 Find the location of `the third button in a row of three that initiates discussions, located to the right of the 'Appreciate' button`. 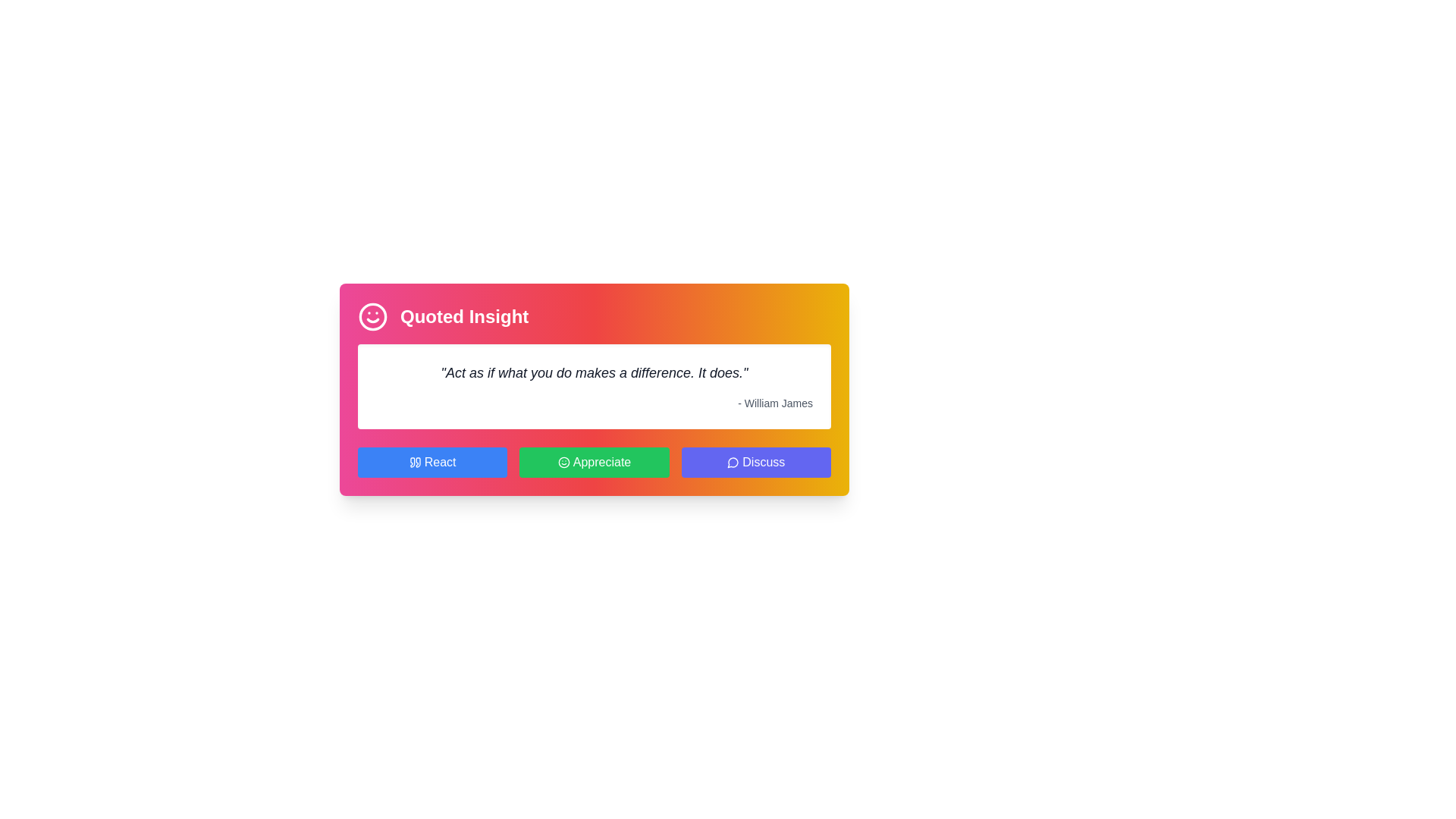

the third button in a row of three that initiates discussions, located to the right of the 'Appreciate' button is located at coordinates (756, 461).